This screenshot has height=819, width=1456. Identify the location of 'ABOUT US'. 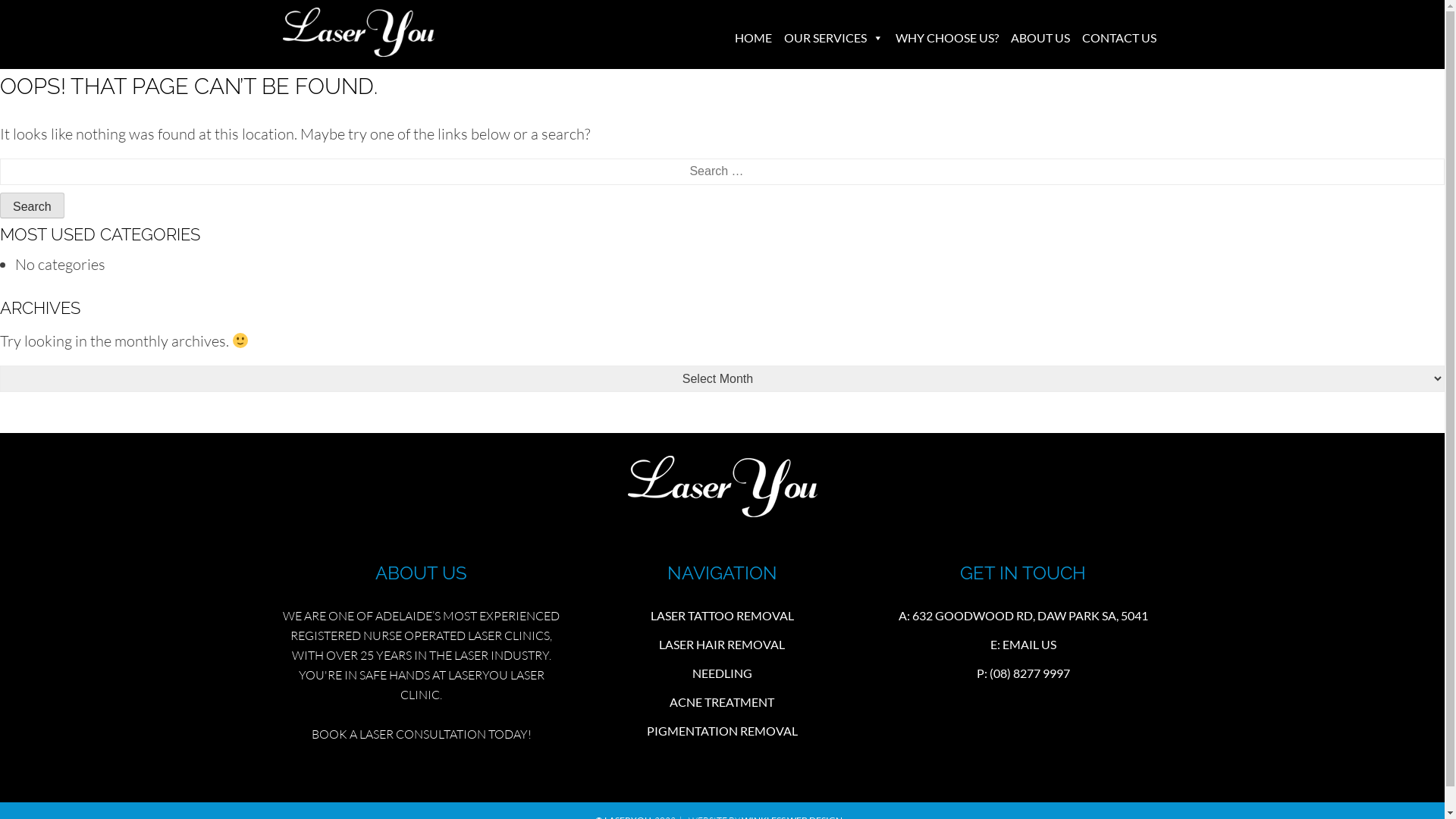
(1039, 37).